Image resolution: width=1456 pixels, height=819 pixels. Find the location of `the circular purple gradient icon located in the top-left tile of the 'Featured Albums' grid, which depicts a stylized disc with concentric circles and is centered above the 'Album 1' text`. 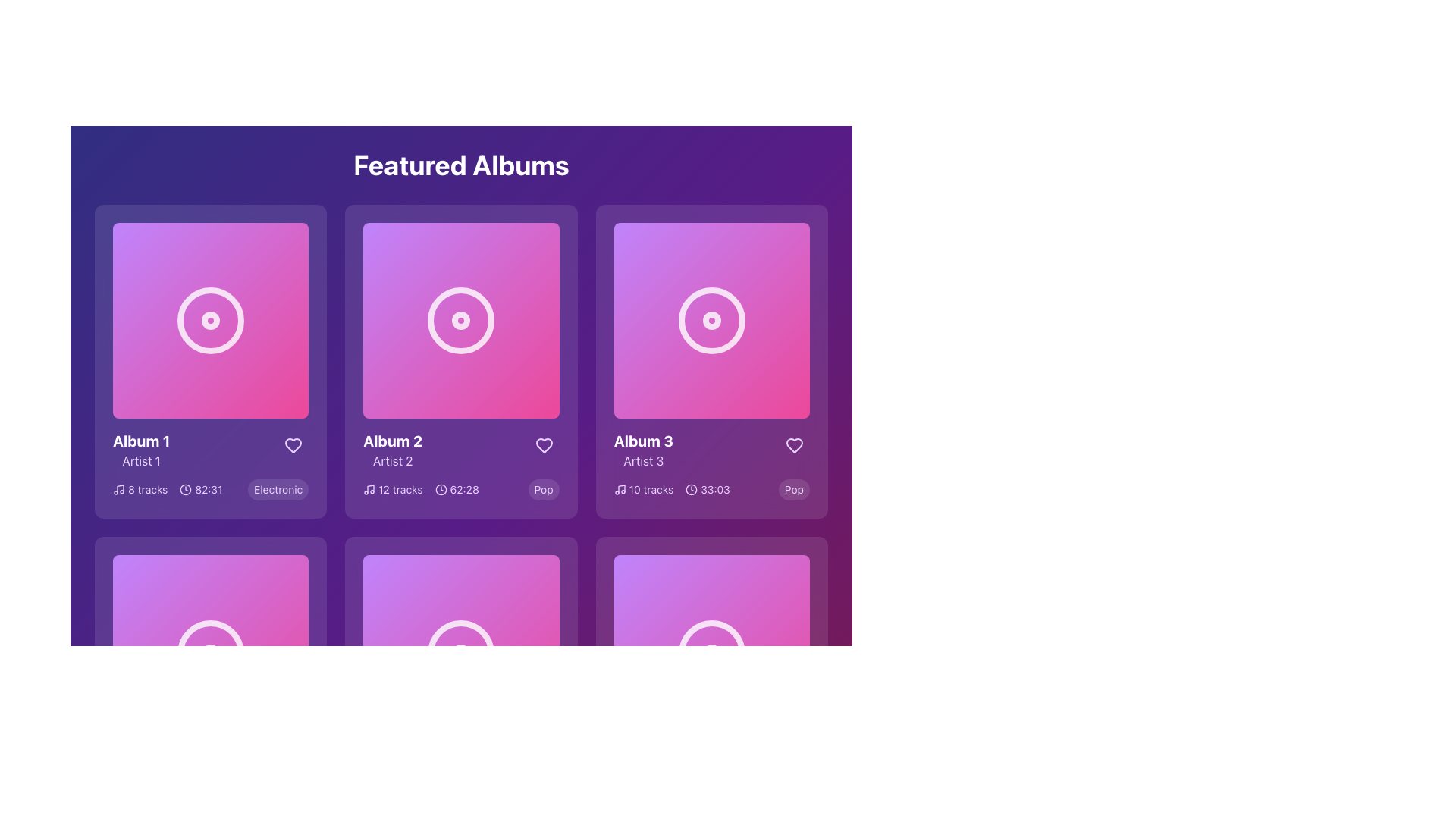

the circular purple gradient icon located in the top-left tile of the 'Featured Albums' grid, which depicts a stylized disc with concentric circles and is centered above the 'Album 1' text is located at coordinates (210, 320).